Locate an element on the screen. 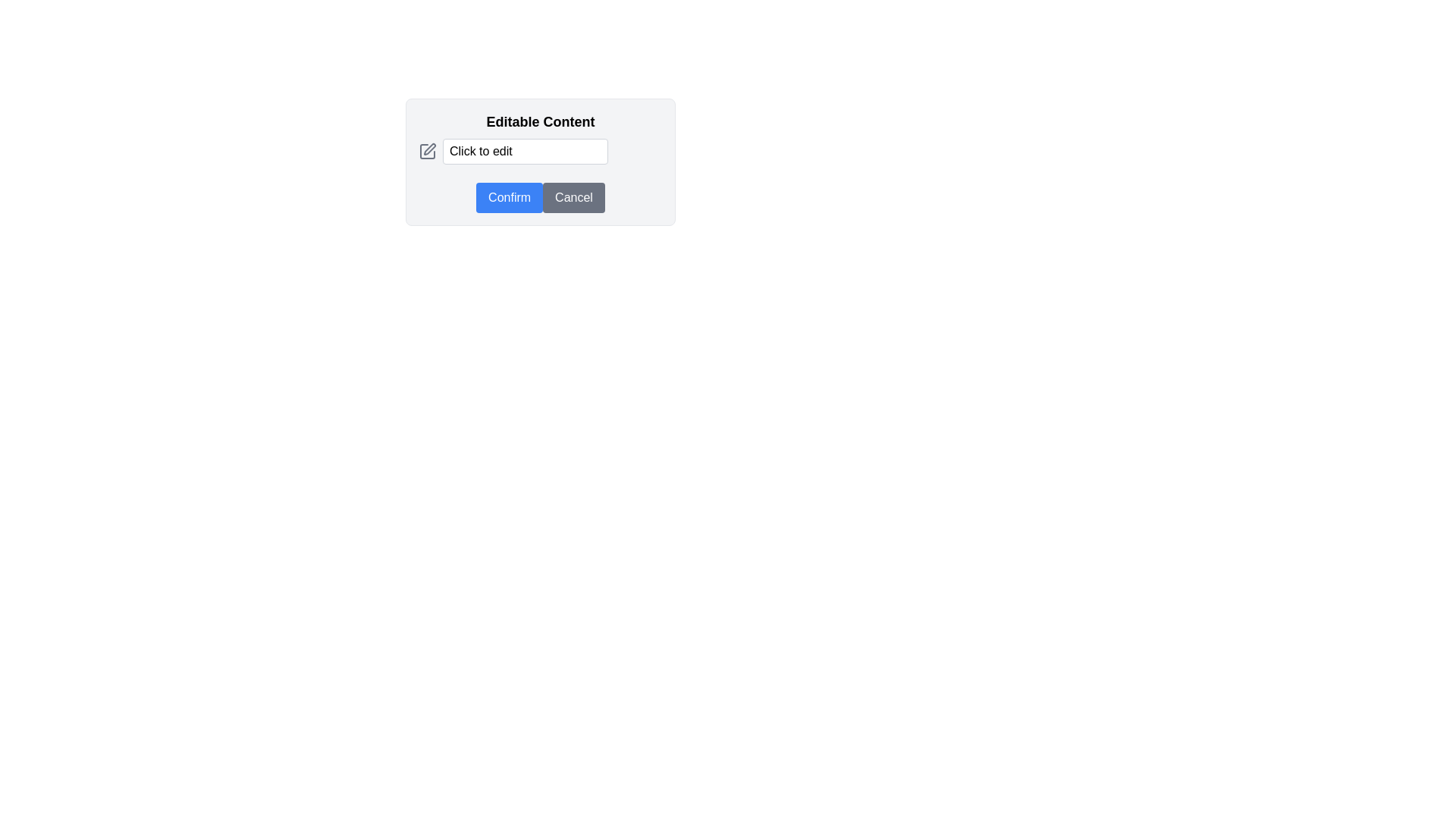  the leftmost button in the two-button group under the 'Editable Content' input field to confirm the action is located at coordinates (510, 197).